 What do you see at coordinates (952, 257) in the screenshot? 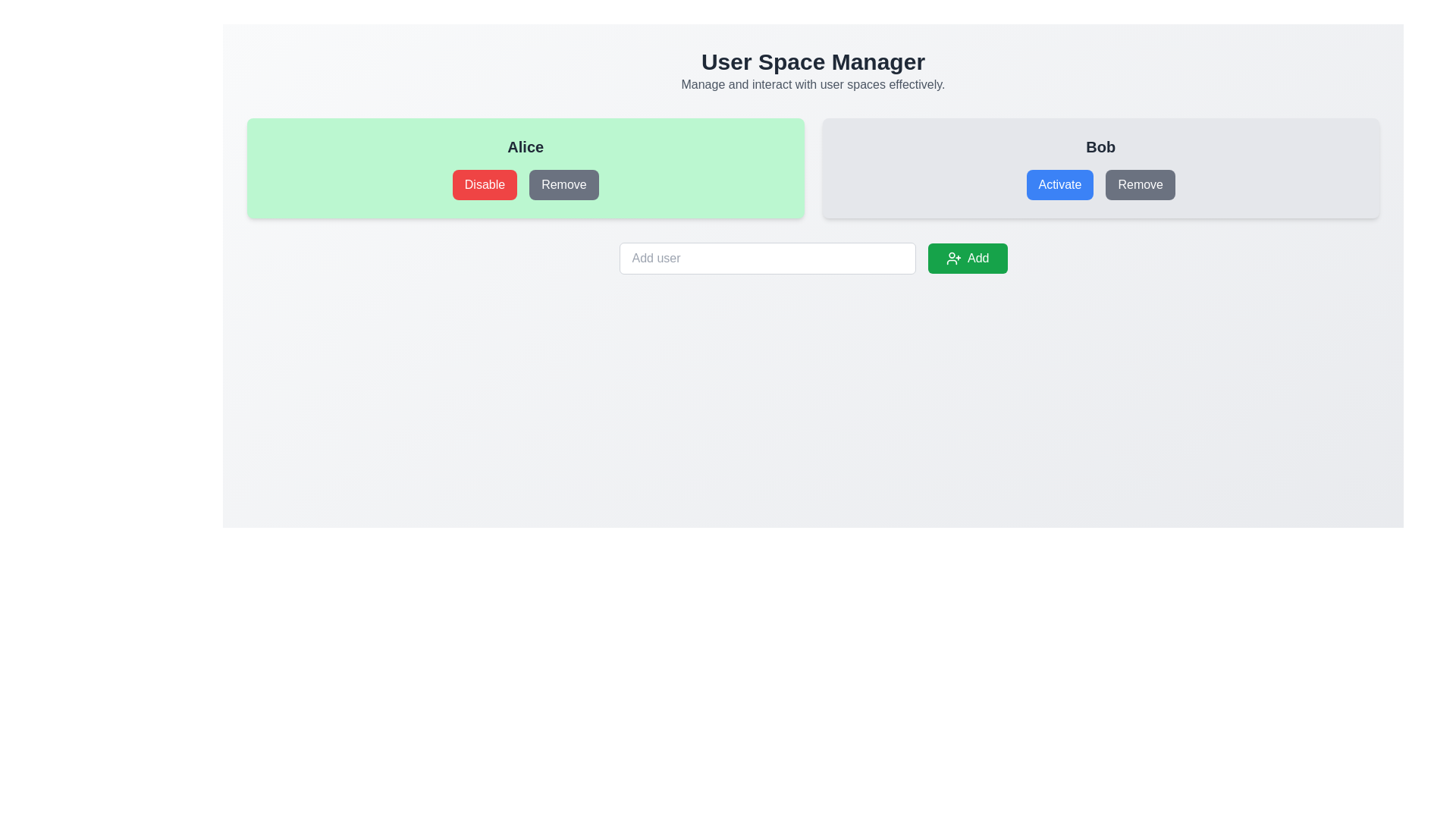
I see `the green button labeled 'Add' that contains the user icon with a plus sign` at bounding box center [952, 257].